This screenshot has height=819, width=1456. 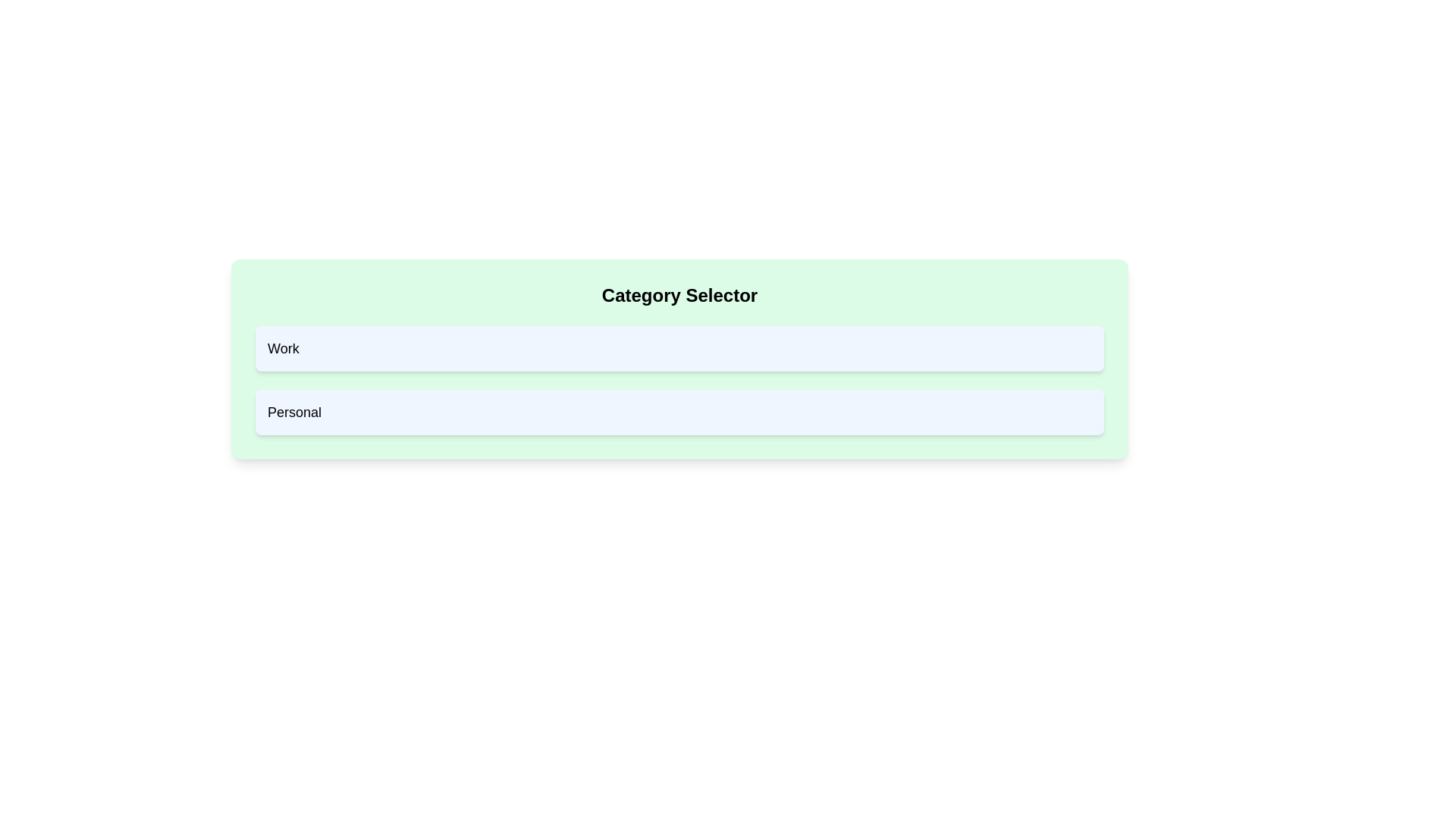 What do you see at coordinates (679, 348) in the screenshot?
I see `the category Work` at bounding box center [679, 348].